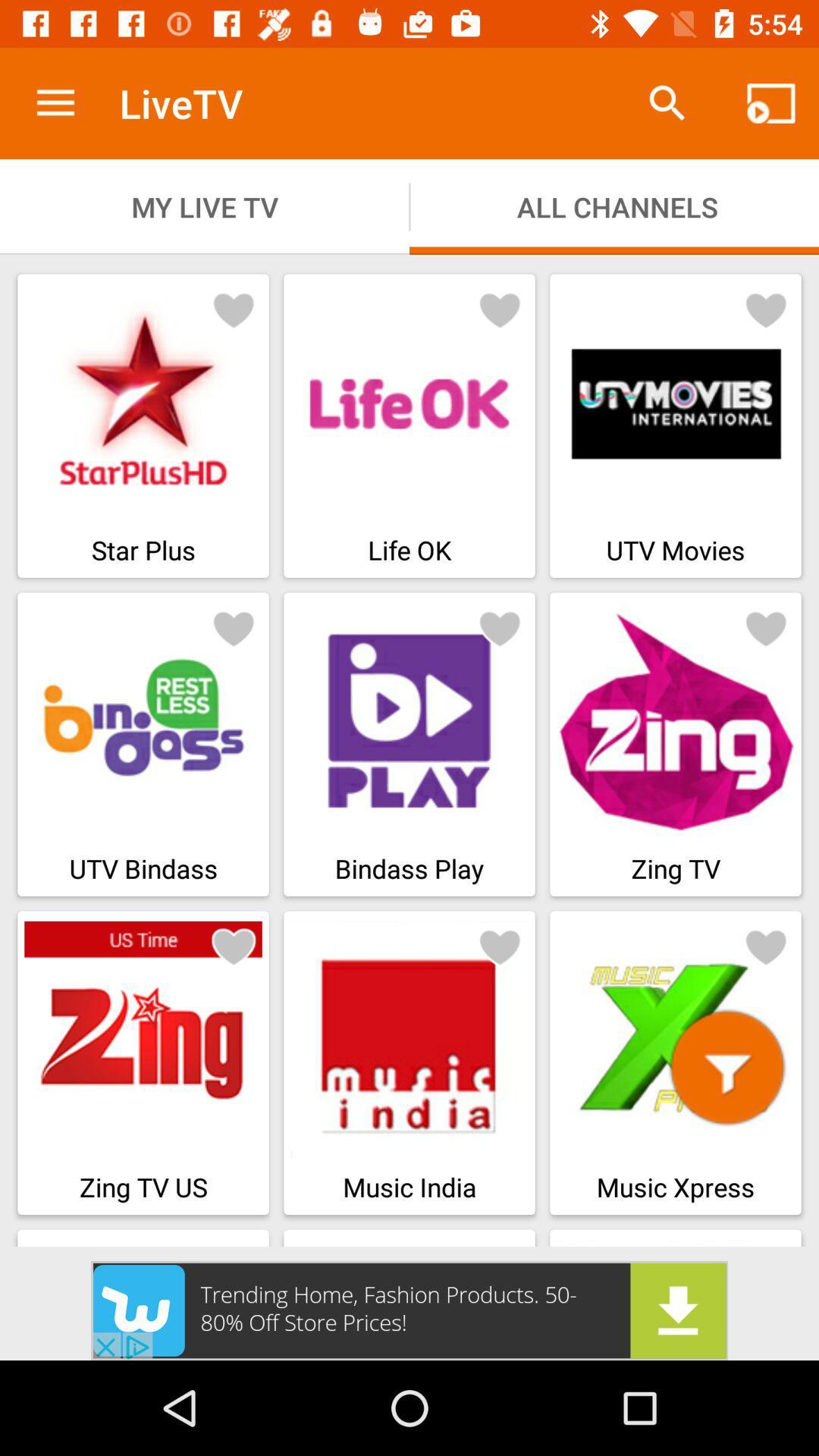  Describe the element at coordinates (726, 1066) in the screenshot. I see `button` at that location.